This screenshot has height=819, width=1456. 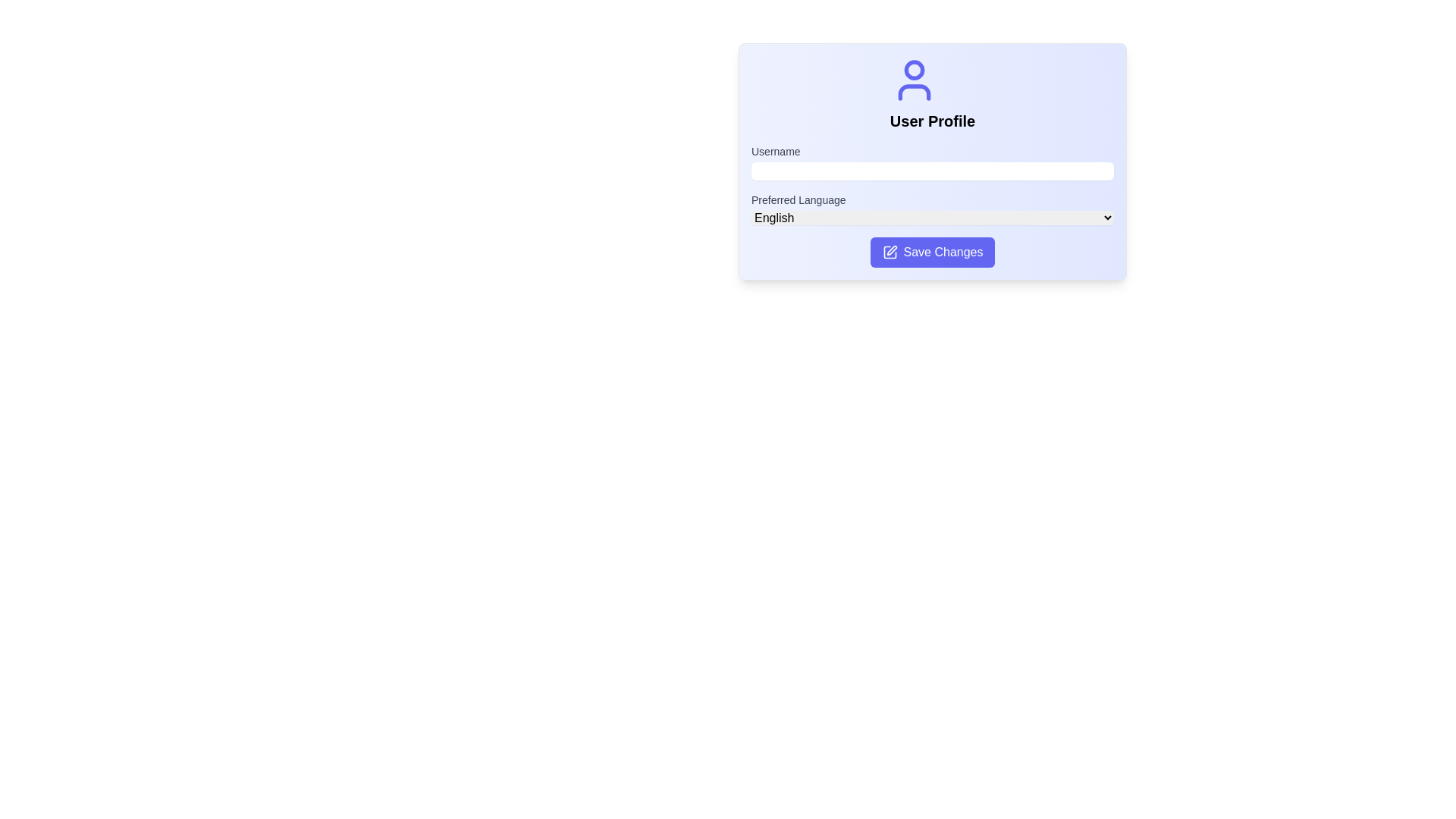 I want to click on the 'Save Changes' button which contains the icon representing the save action, located at the bottom of the profile form, so click(x=890, y=251).